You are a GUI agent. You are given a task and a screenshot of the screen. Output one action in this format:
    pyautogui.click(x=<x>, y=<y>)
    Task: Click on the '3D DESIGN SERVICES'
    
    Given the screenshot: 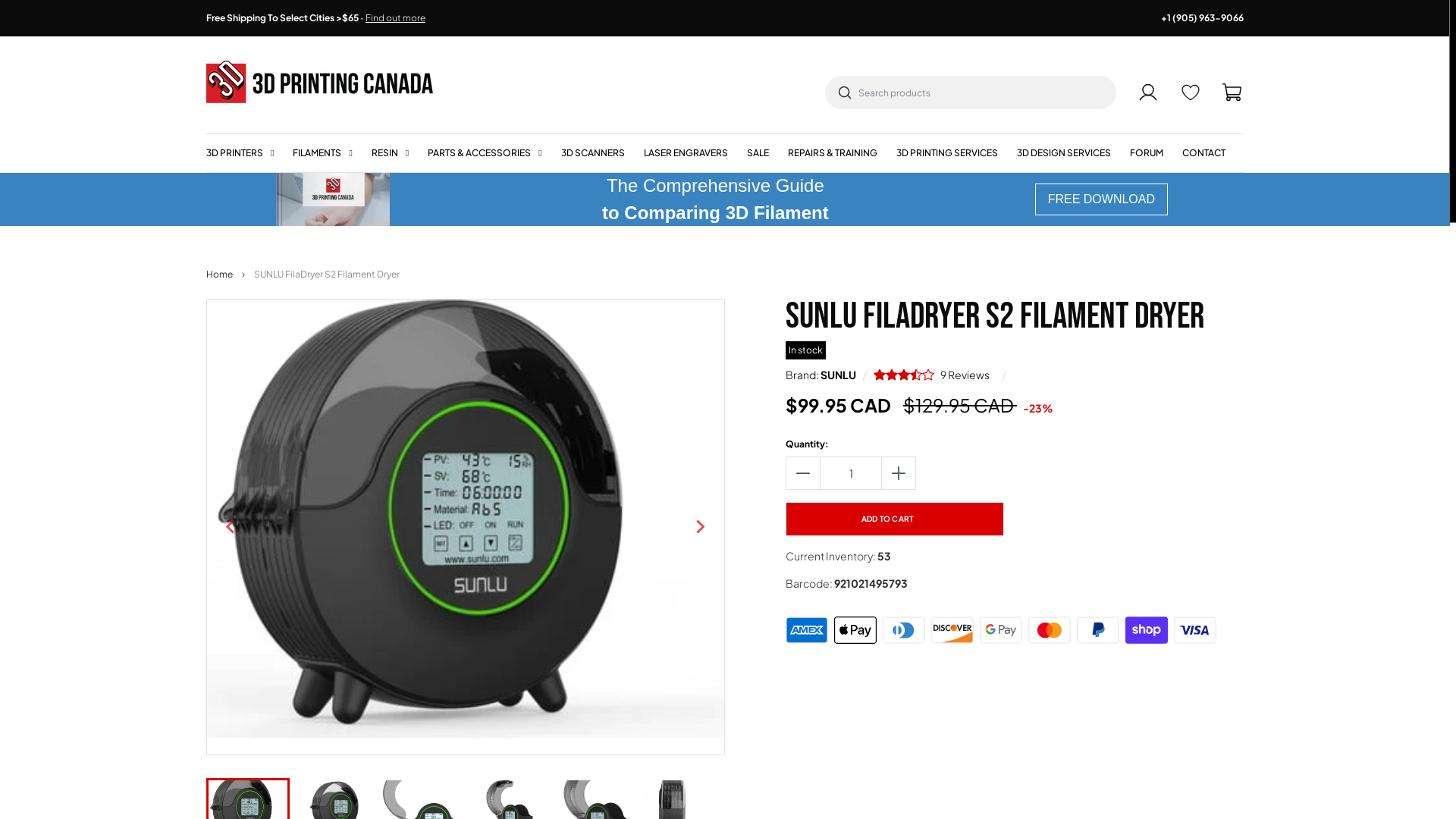 What is the action you would take?
    pyautogui.click(x=1062, y=152)
    